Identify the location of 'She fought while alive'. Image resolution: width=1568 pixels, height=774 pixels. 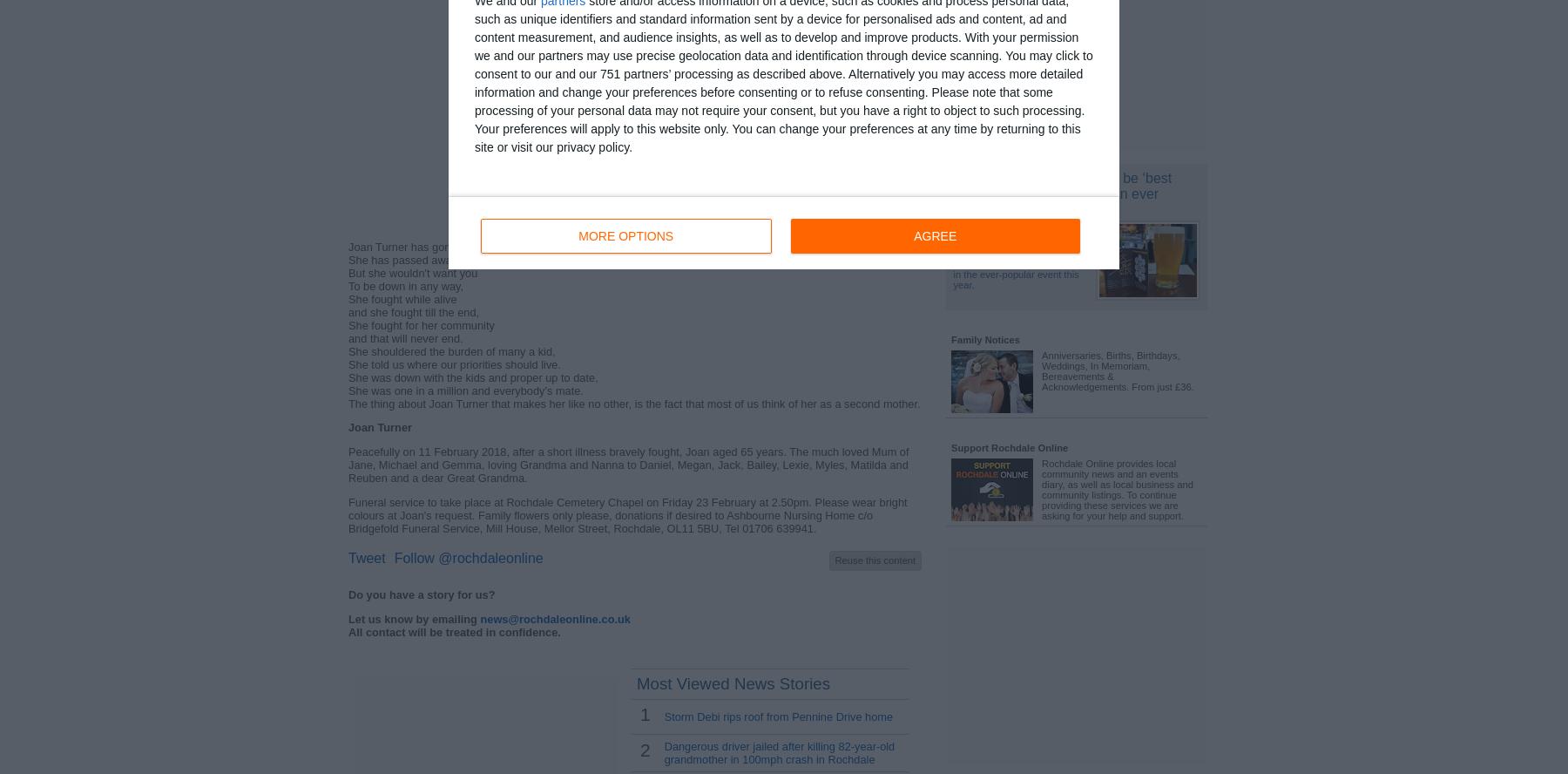
(402, 298).